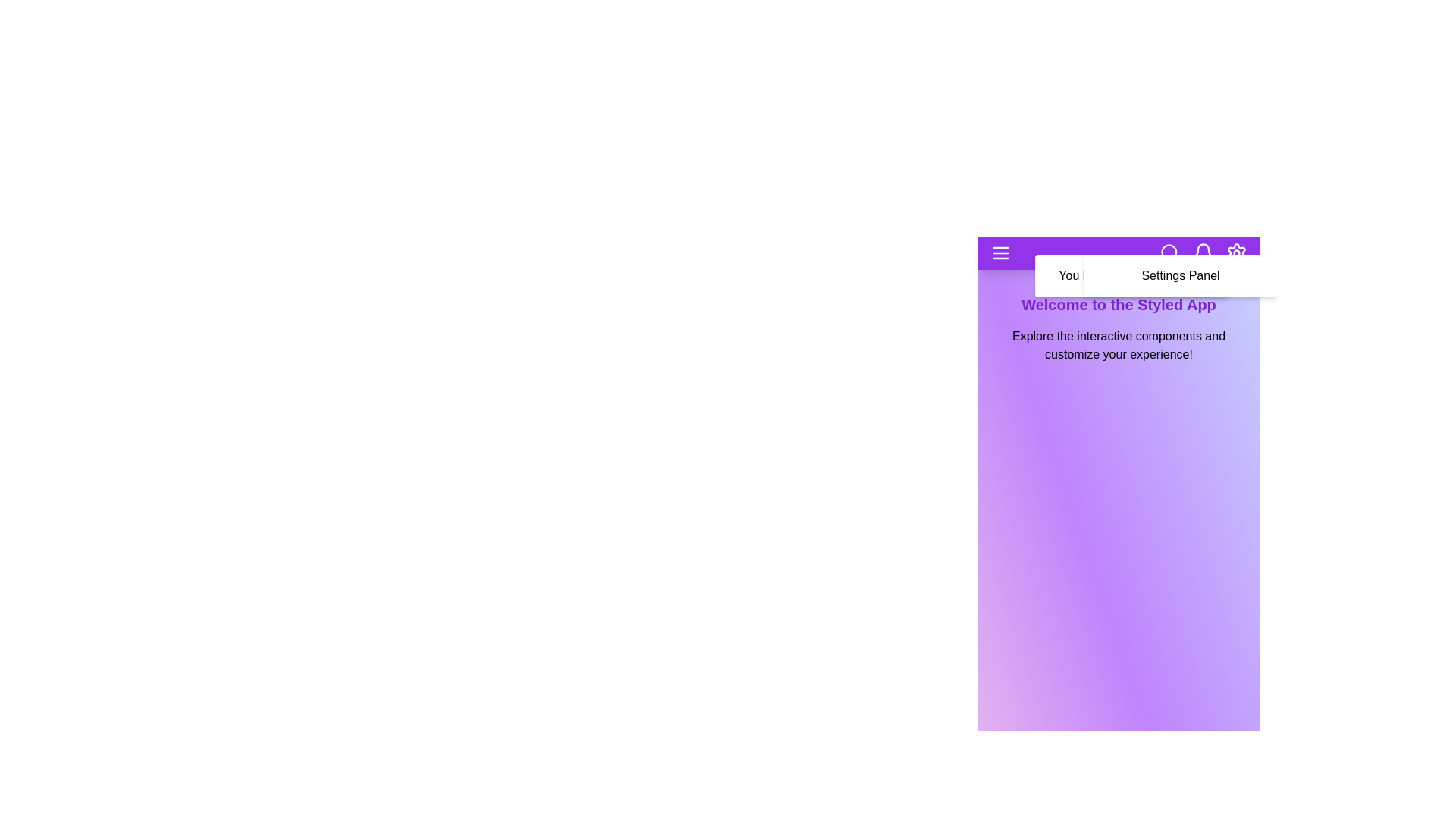 The image size is (1456, 819). Describe the element at coordinates (1119, 253) in the screenshot. I see `the purple header area` at that location.